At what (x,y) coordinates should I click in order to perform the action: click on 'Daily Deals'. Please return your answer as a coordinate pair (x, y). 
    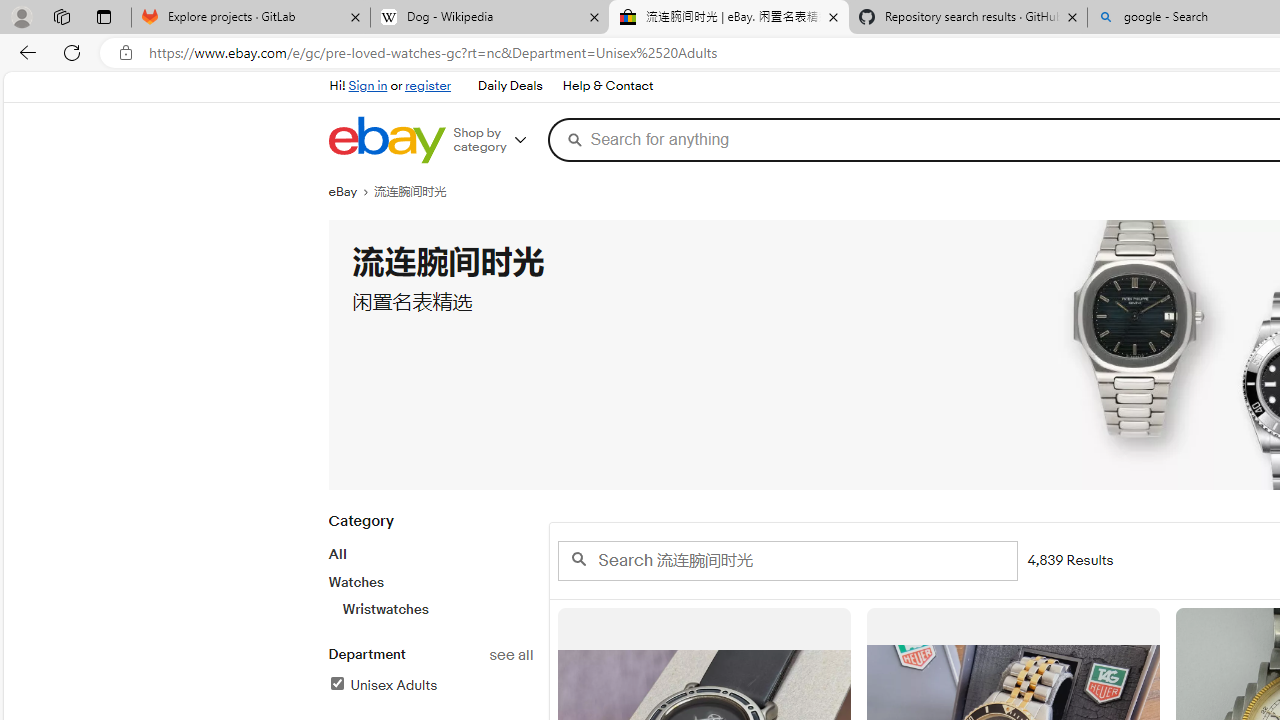
    Looking at the image, I should click on (509, 85).